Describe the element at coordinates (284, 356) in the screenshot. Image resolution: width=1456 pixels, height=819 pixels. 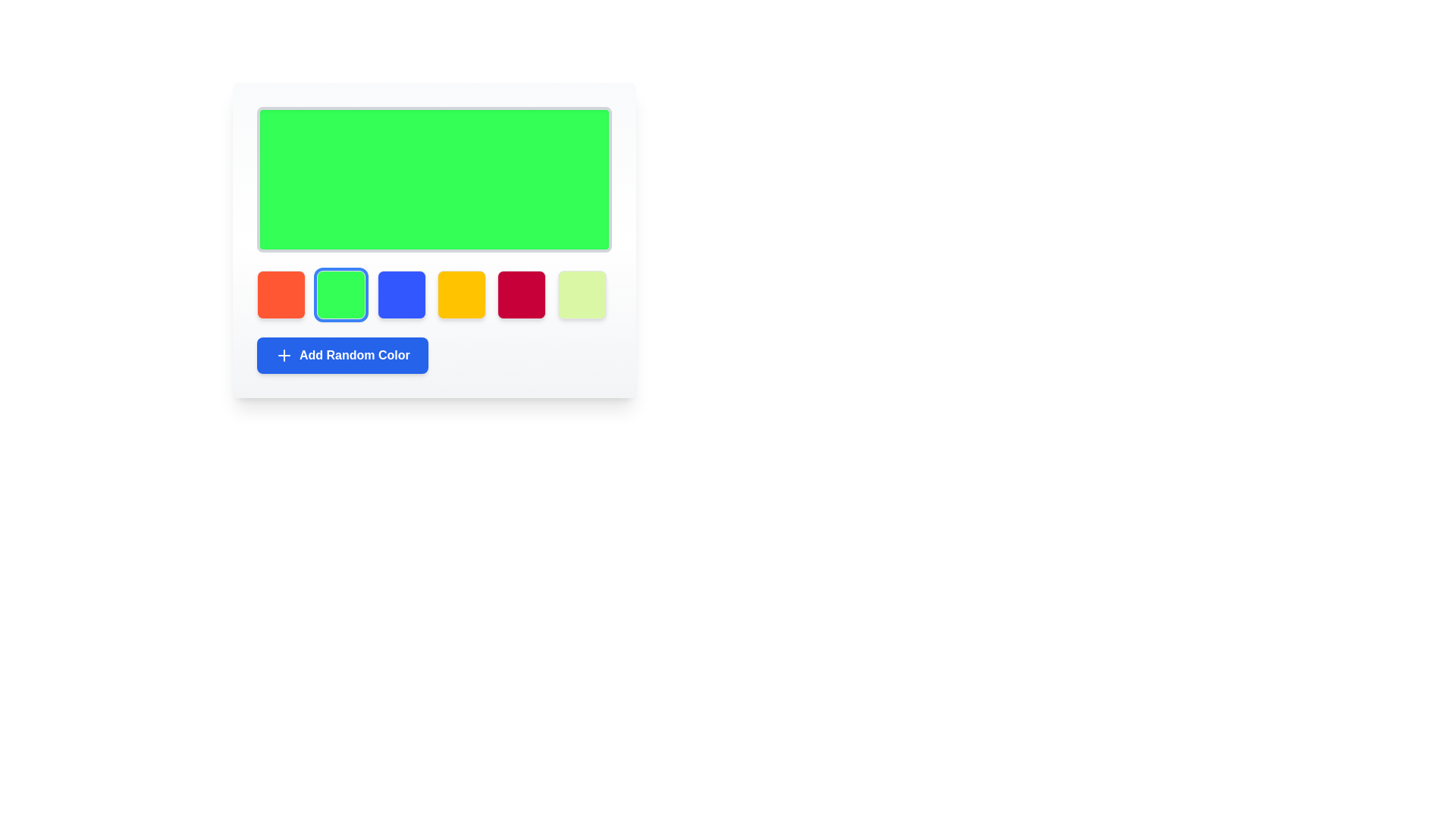
I see `the plus icon within the 'Add Random Color' button` at that location.